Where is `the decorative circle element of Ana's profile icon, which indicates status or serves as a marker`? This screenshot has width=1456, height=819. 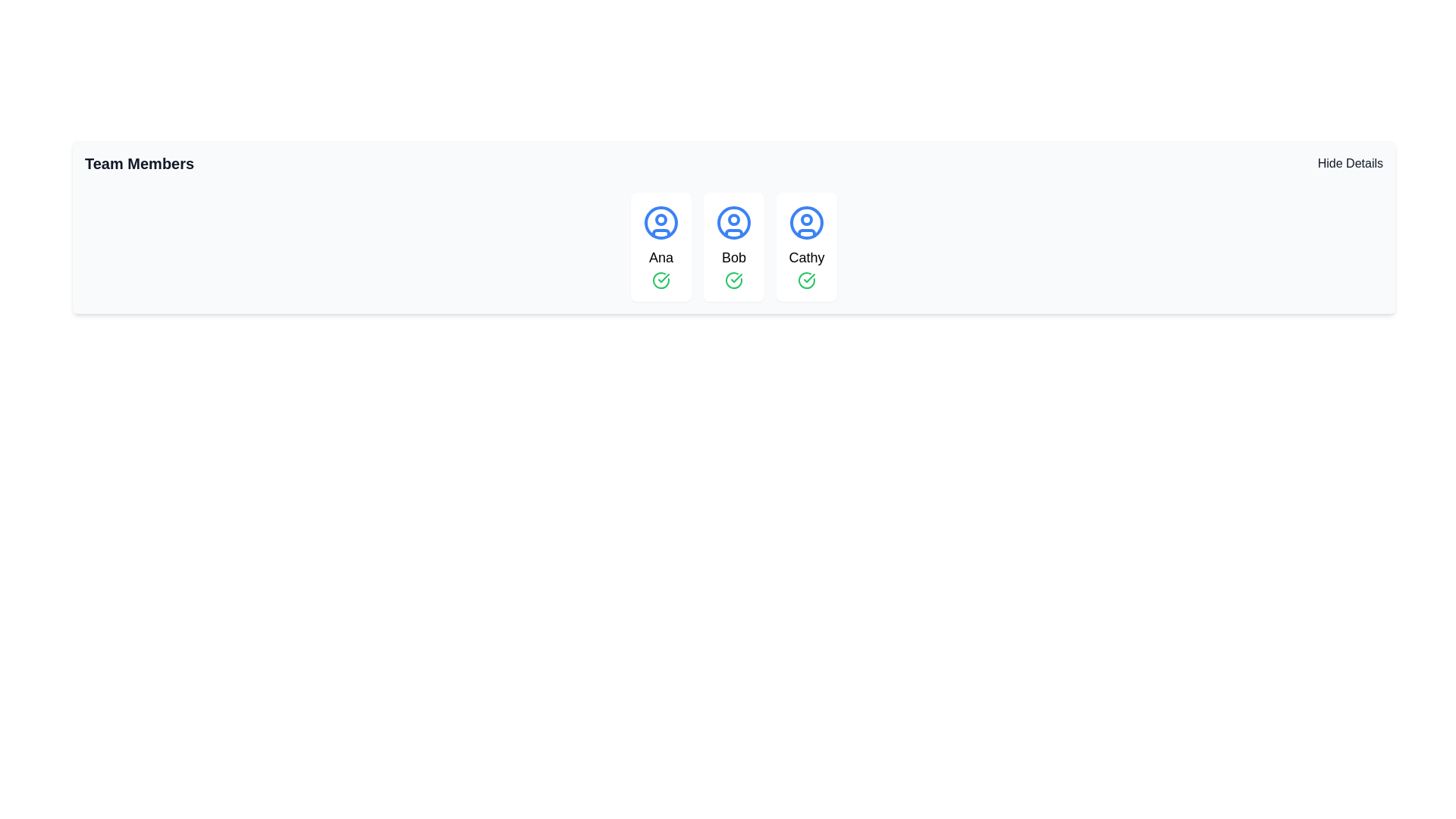
the decorative circle element of Ana's profile icon, which indicates status or serves as a marker is located at coordinates (661, 219).